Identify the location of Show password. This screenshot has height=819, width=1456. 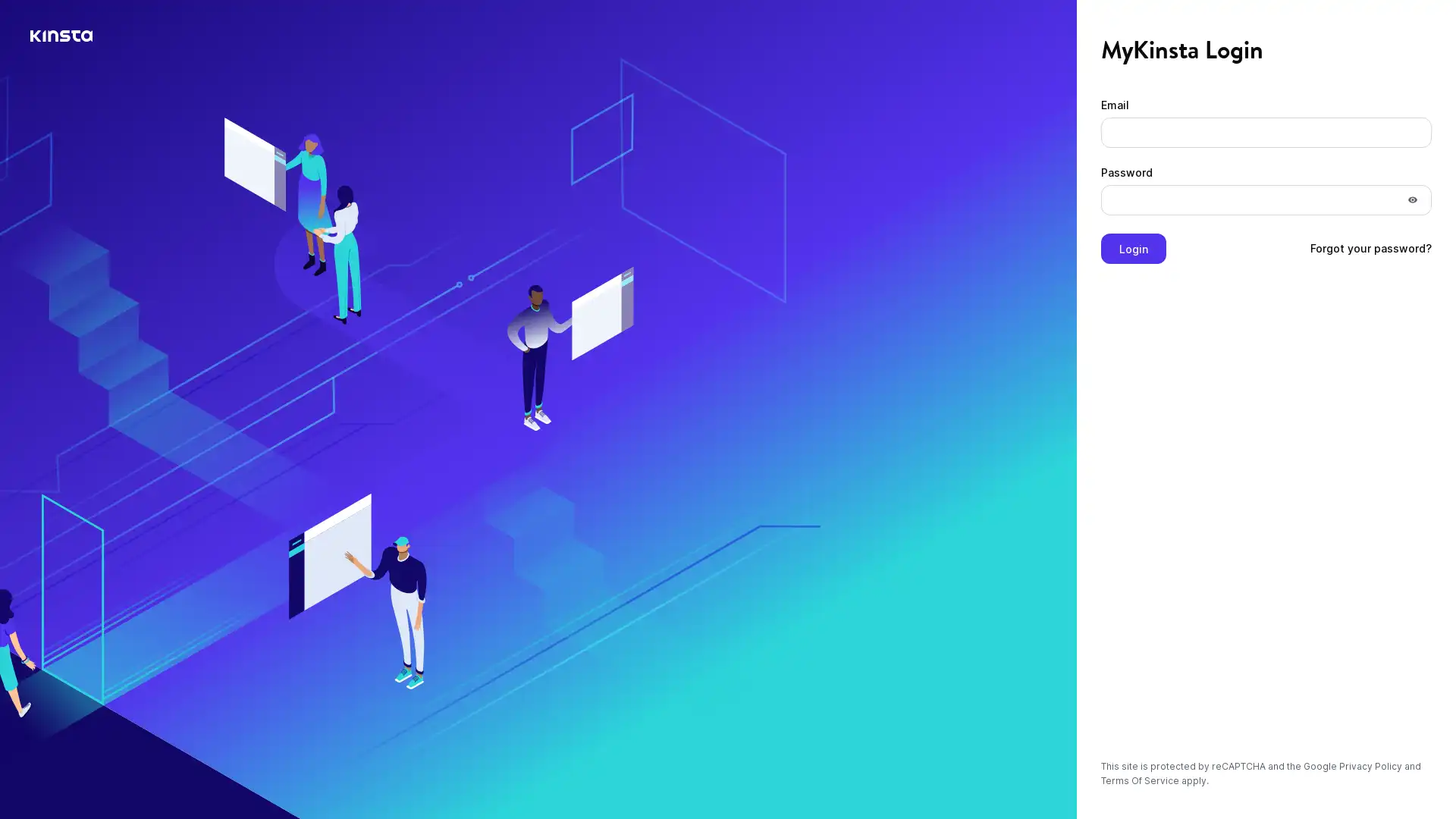
(1411, 199).